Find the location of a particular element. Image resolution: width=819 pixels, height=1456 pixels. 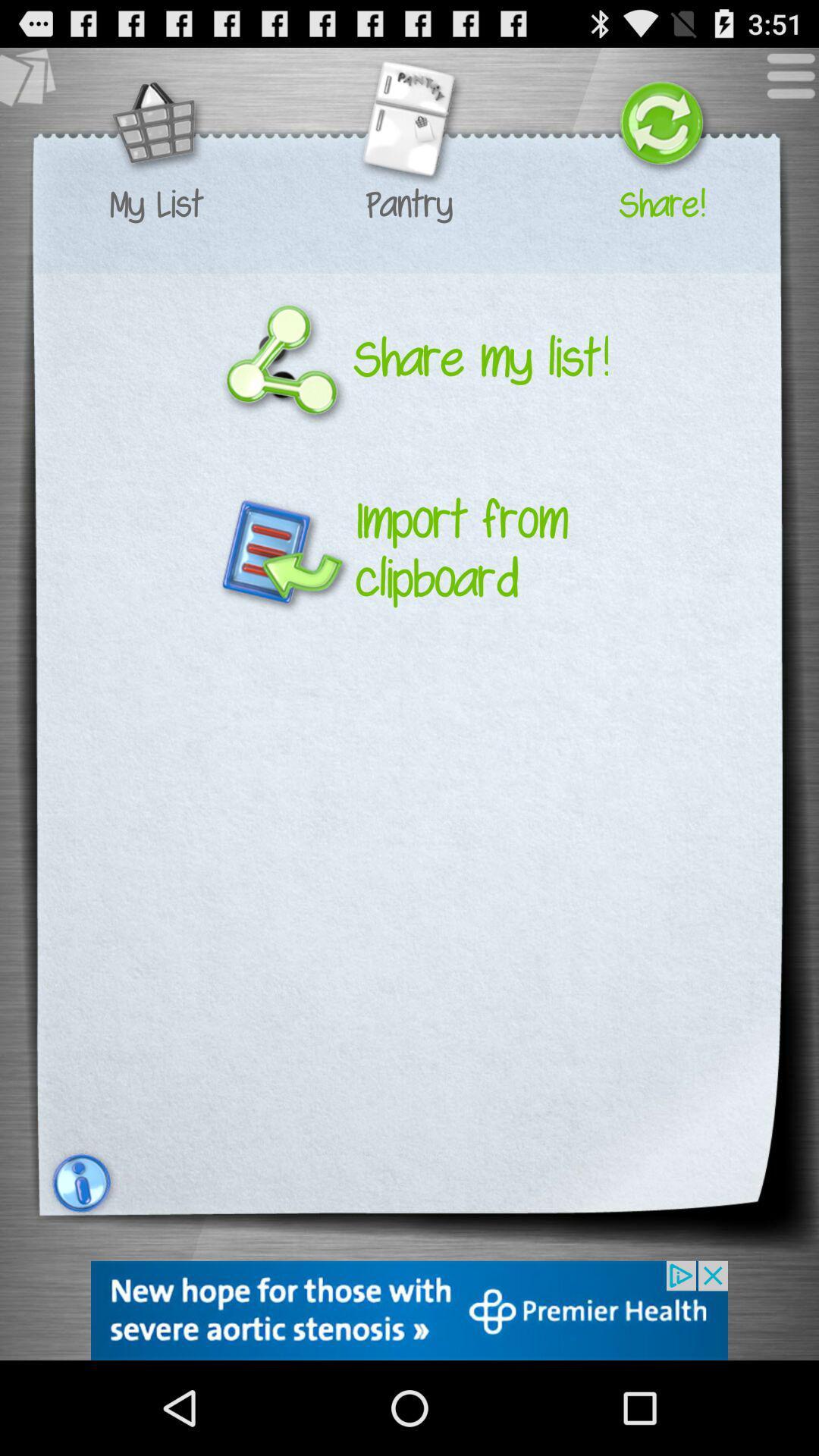

menu button is located at coordinates (783, 83).